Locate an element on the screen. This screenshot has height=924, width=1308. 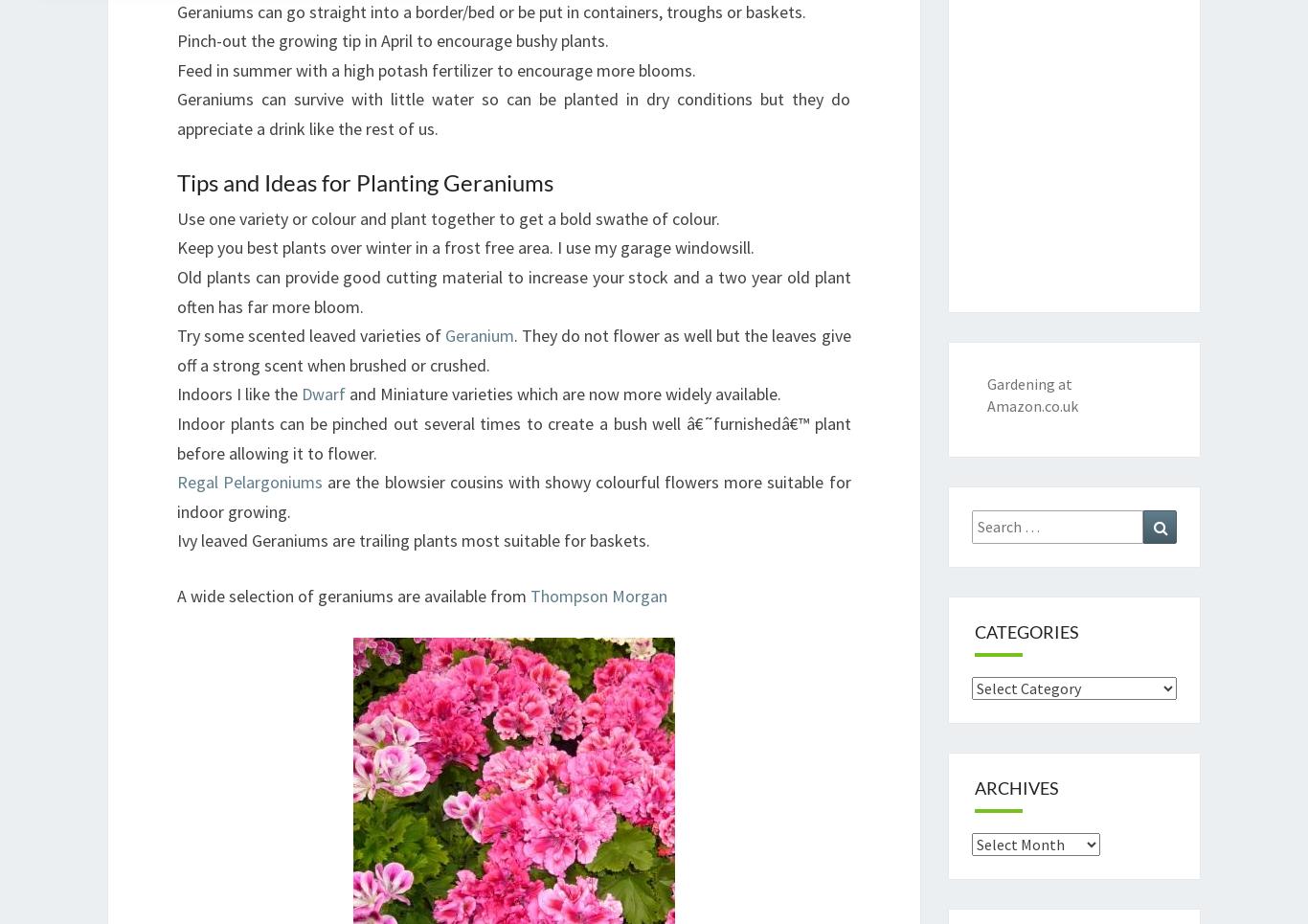
'Use one variety or colour and plant together to get a bold swathe of colour.' is located at coordinates (448, 216).